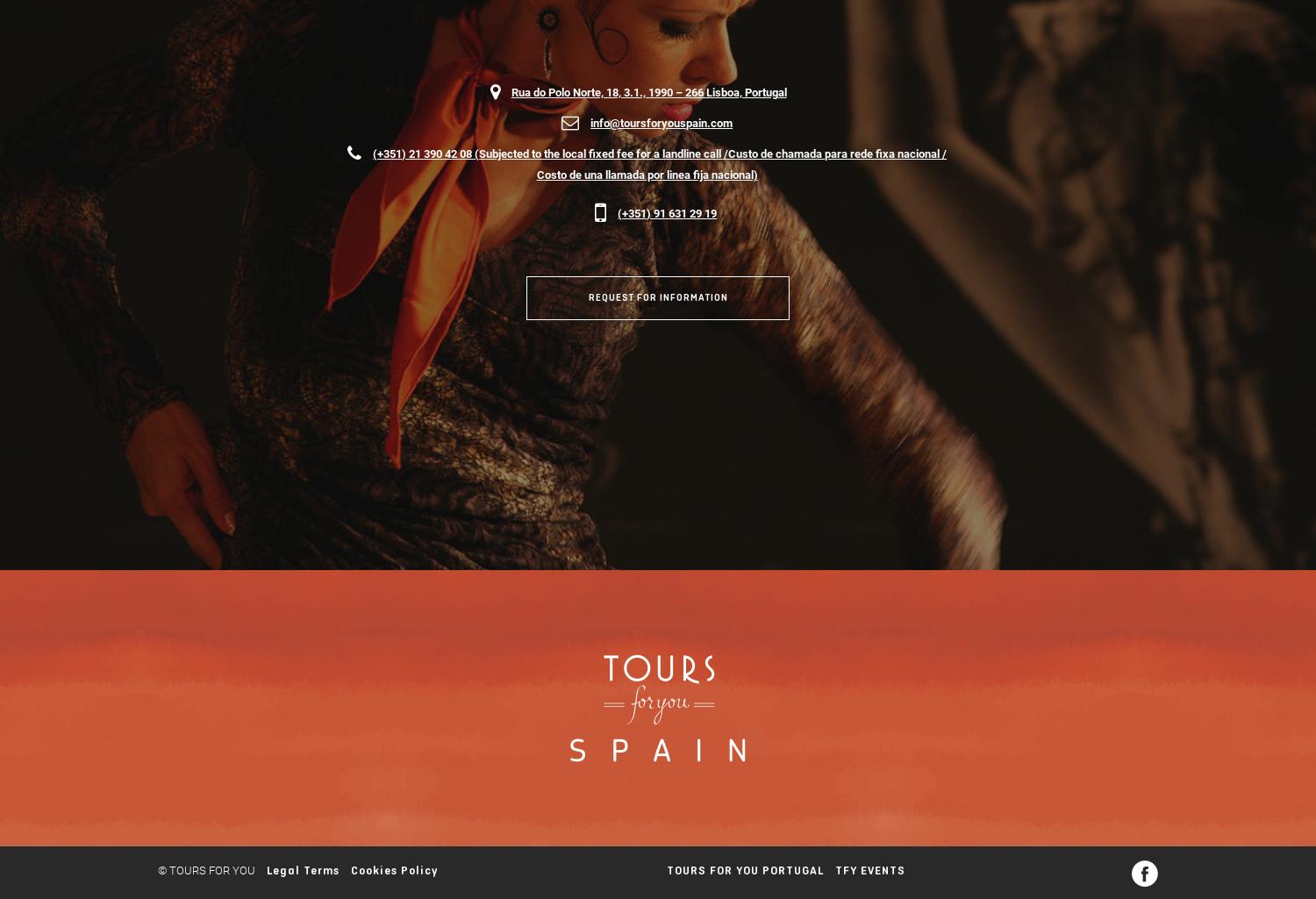 The image size is (1316, 899). What do you see at coordinates (588, 296) in the screenshot?
I see `'REQUEST FOR INFORMATION'` at bounding box center [588, 296].